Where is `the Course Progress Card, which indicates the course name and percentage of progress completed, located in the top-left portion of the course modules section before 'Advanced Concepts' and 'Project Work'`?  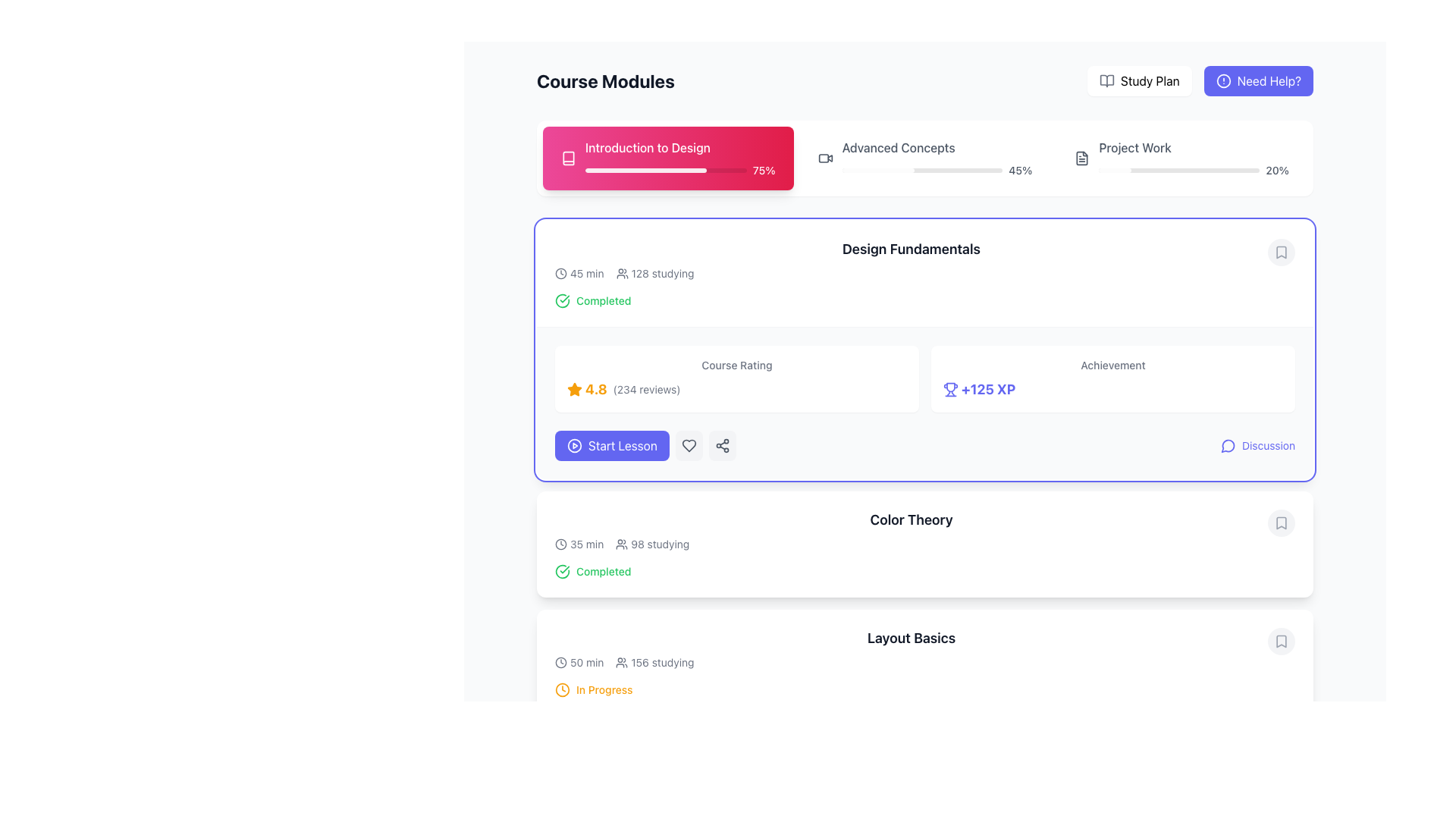 the Course Progress Card, which indicates the course name and percentage of progress completed, located in the top-left portion of the course modules section before 'Advanced Concepts' and 'Project Work' is located at coordinates (679, 158).